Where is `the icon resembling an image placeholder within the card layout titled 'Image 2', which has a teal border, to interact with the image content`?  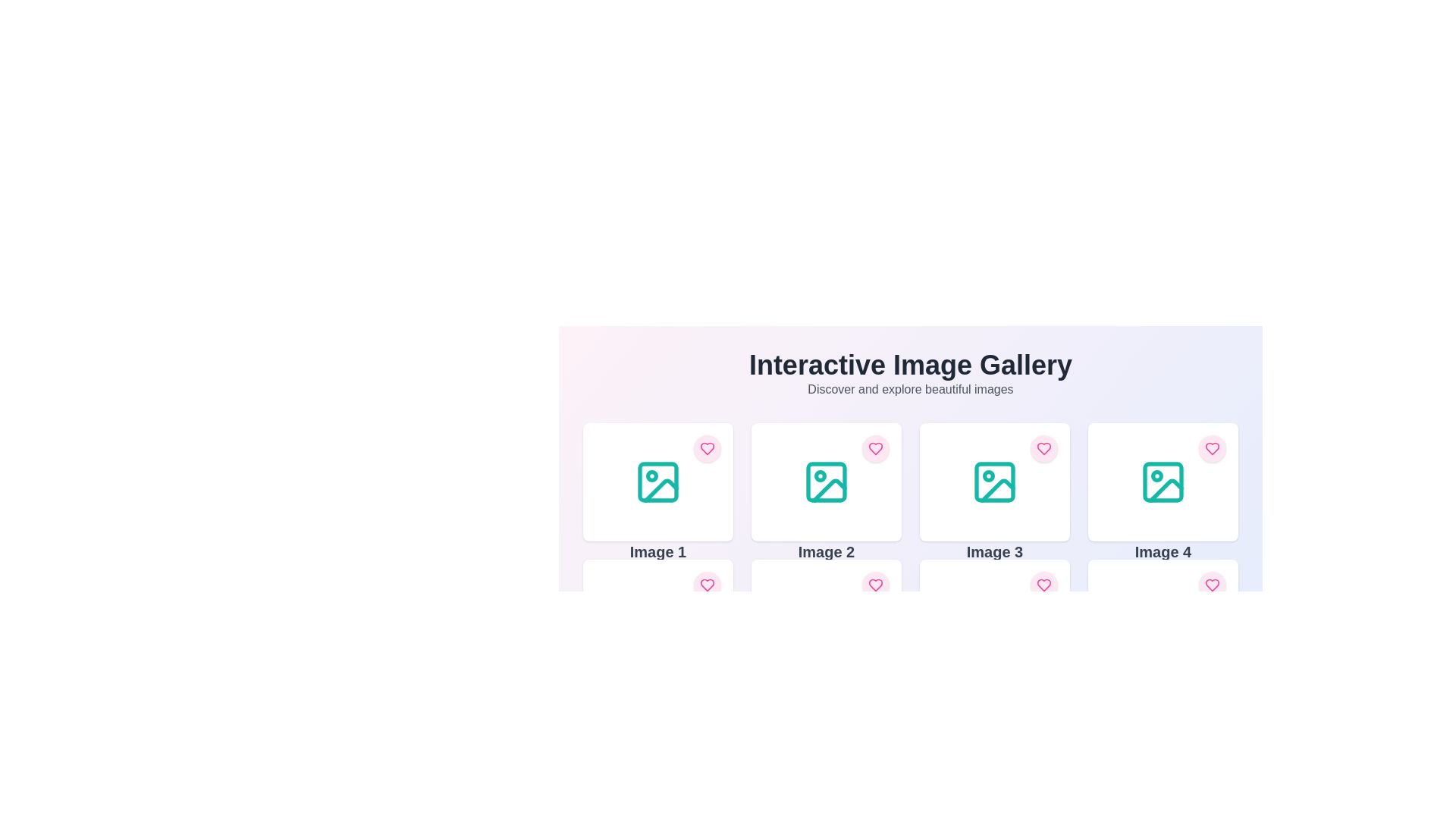
the icon resembling an image placeholder within the card layout titled 'Image 2', which has a teal border, to interact with the image content is located at coordinates (825, 482).